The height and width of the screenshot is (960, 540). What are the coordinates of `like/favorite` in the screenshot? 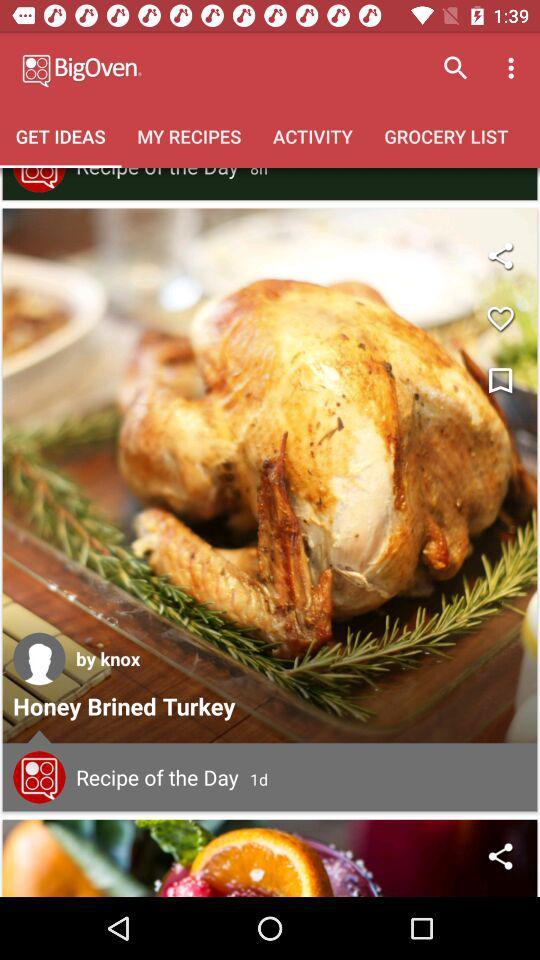 It's located at (499, 318).